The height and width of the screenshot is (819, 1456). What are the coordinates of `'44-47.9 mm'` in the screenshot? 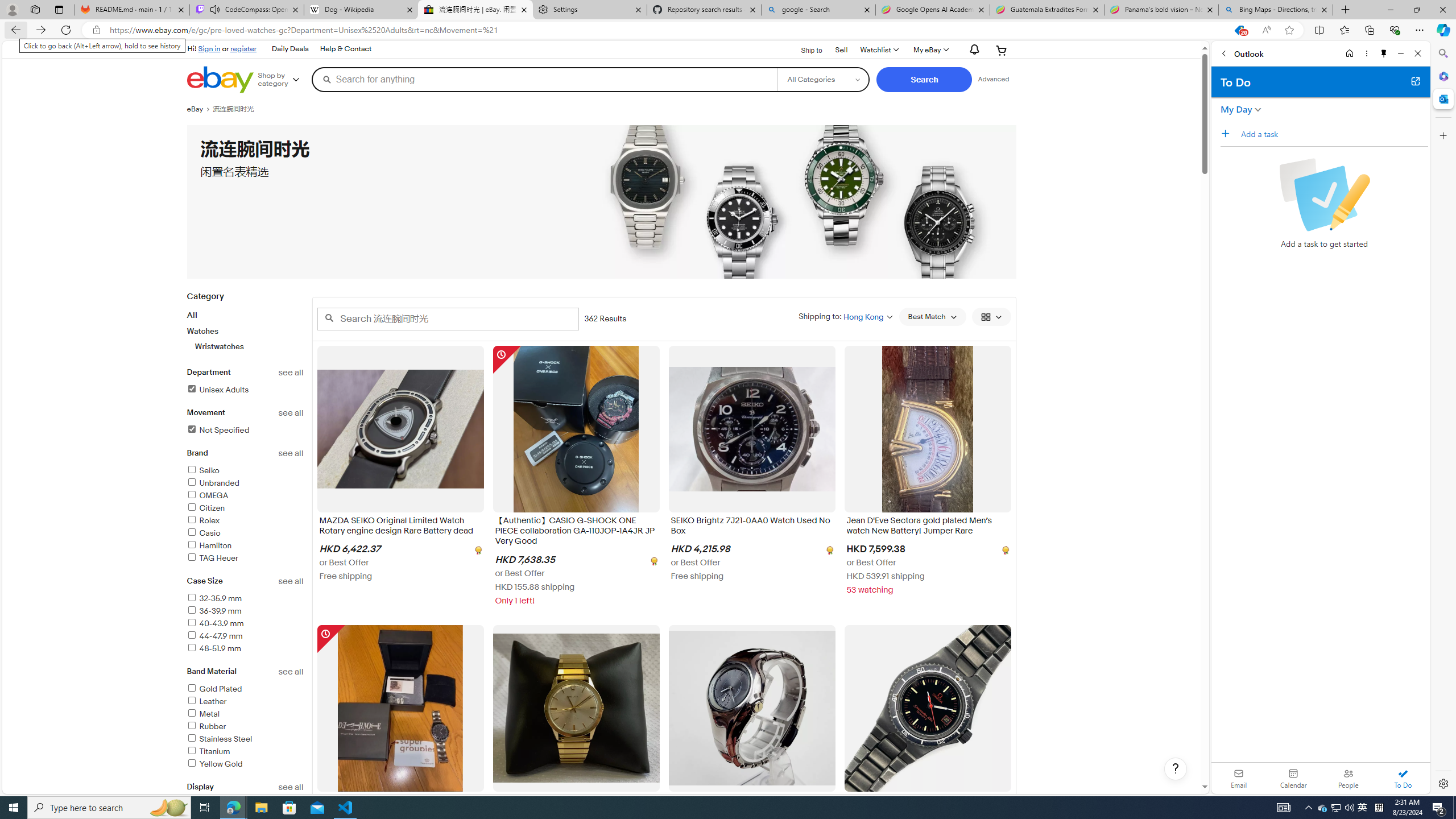 It's located at (245, 636).